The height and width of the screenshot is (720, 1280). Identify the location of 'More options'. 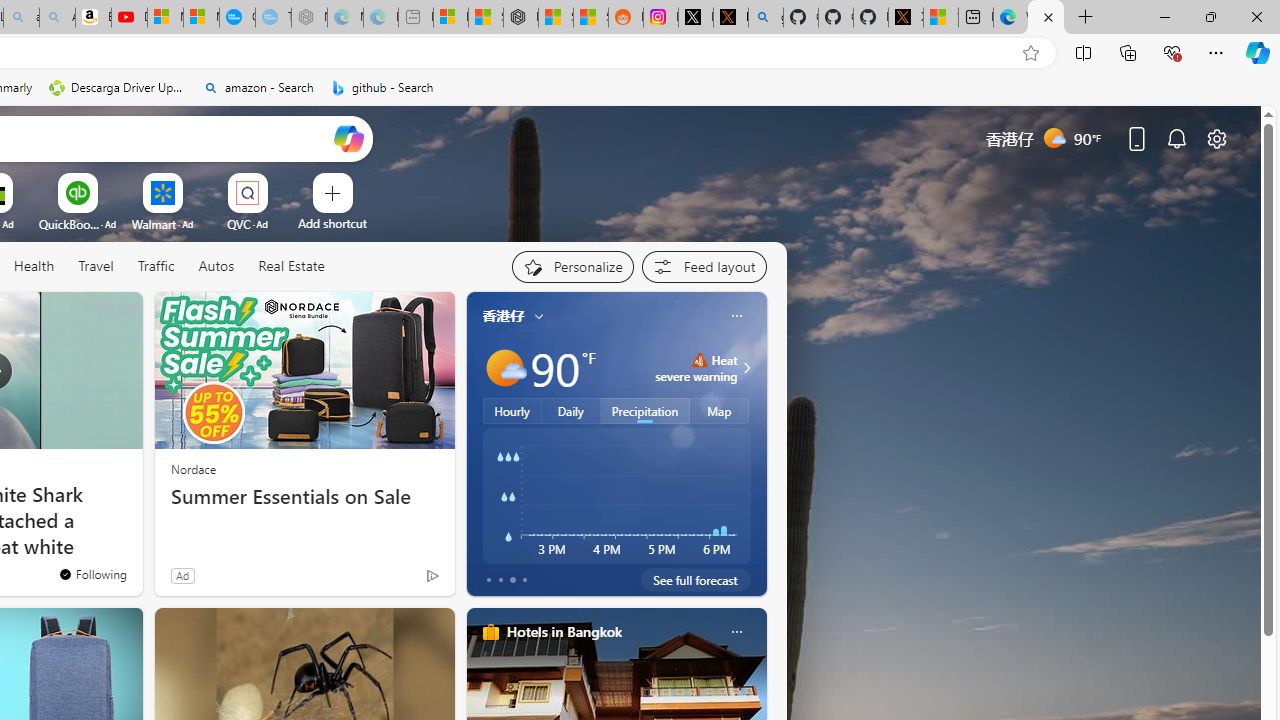
(735, 631).